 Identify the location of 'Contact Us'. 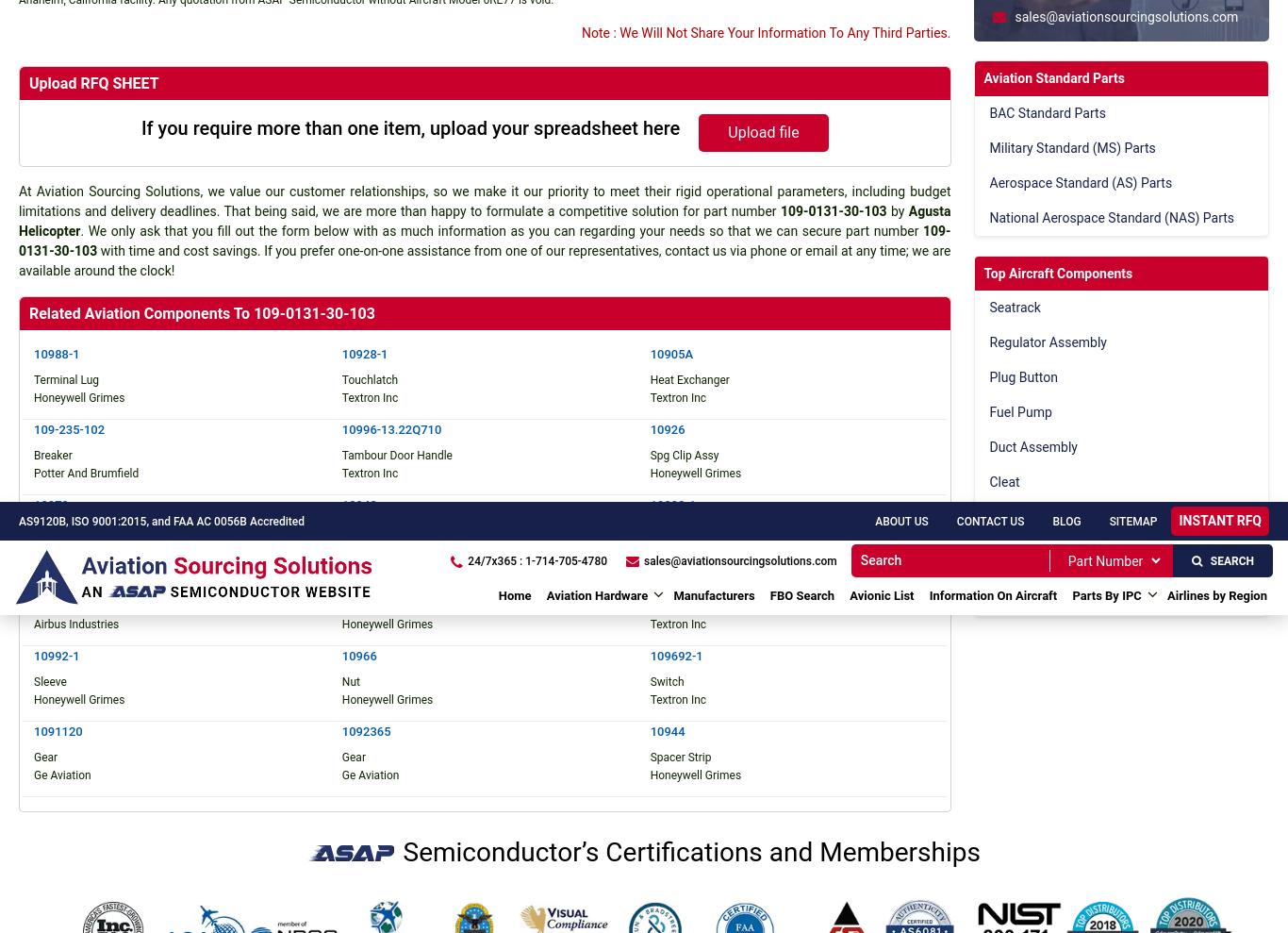
(593, 169).